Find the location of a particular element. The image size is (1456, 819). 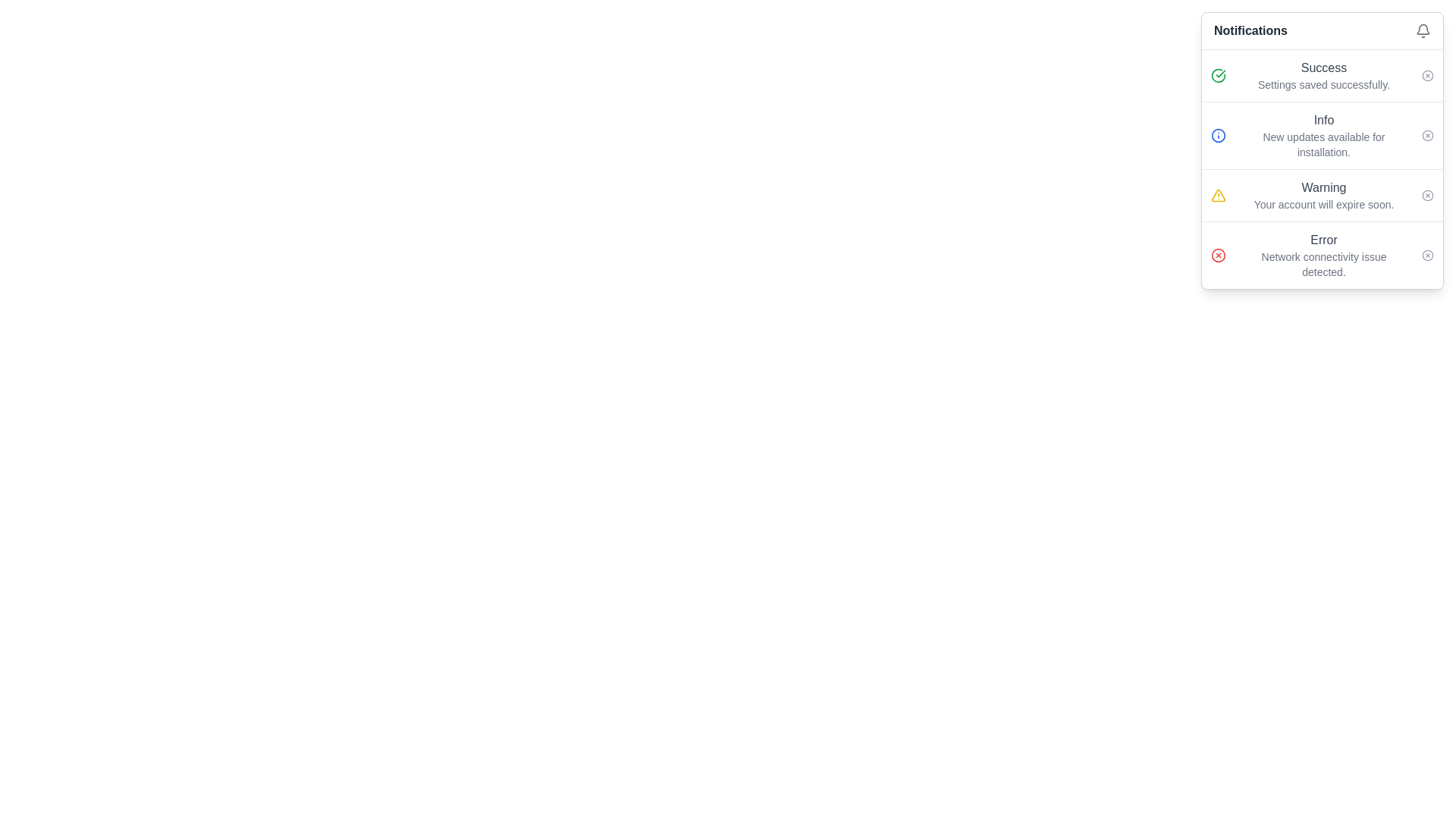

the header text label located in the third row of the notification panel, positioned above the message 'Your account will expire soon.' is located at coordinates (1323, 187).